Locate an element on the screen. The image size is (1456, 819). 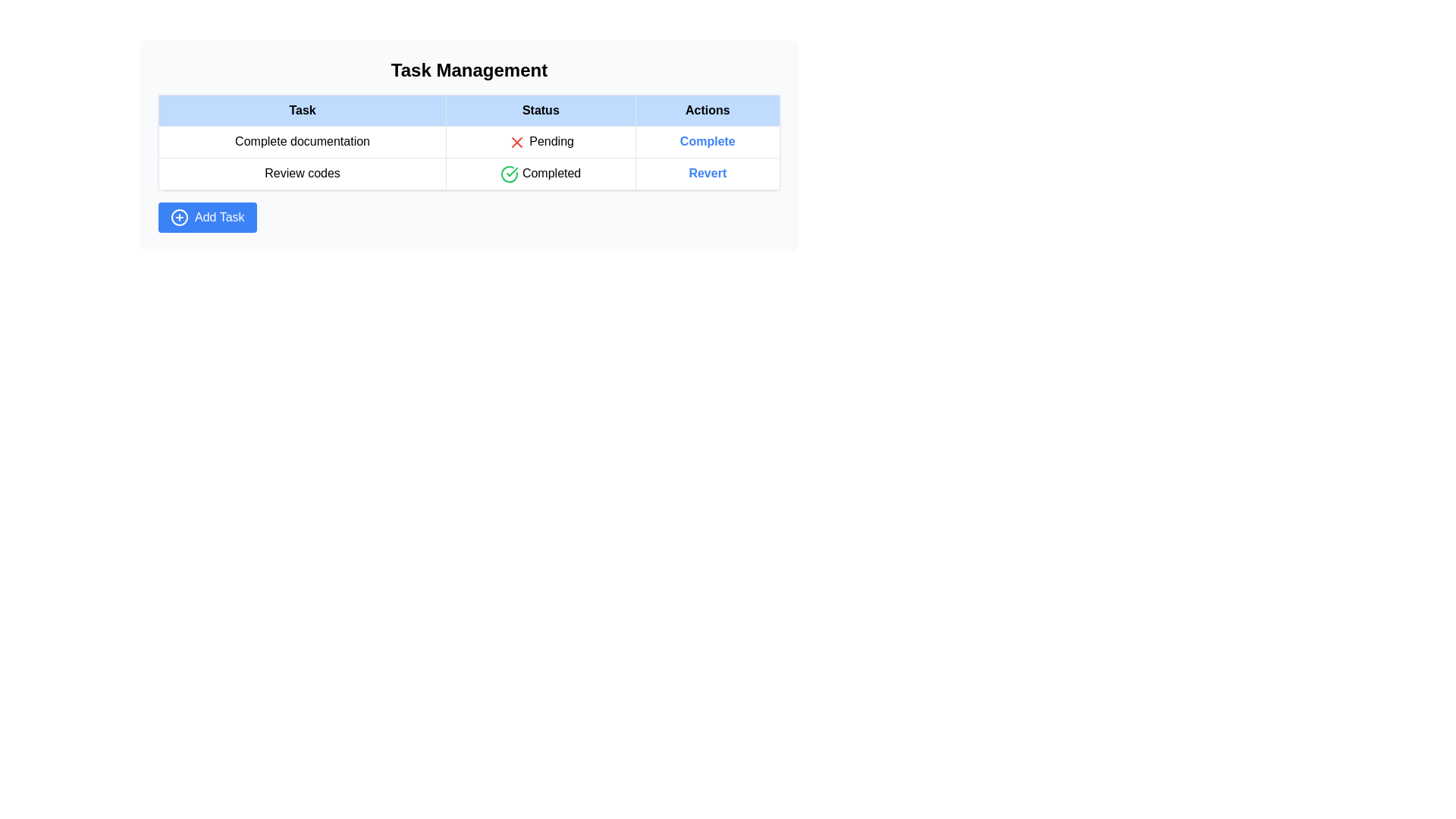
the hyperlink in the 'Actions' column of the 'Task Management' table for the task 'Complete documentation' to observe visual feedback is located at coordinates (707, 142).